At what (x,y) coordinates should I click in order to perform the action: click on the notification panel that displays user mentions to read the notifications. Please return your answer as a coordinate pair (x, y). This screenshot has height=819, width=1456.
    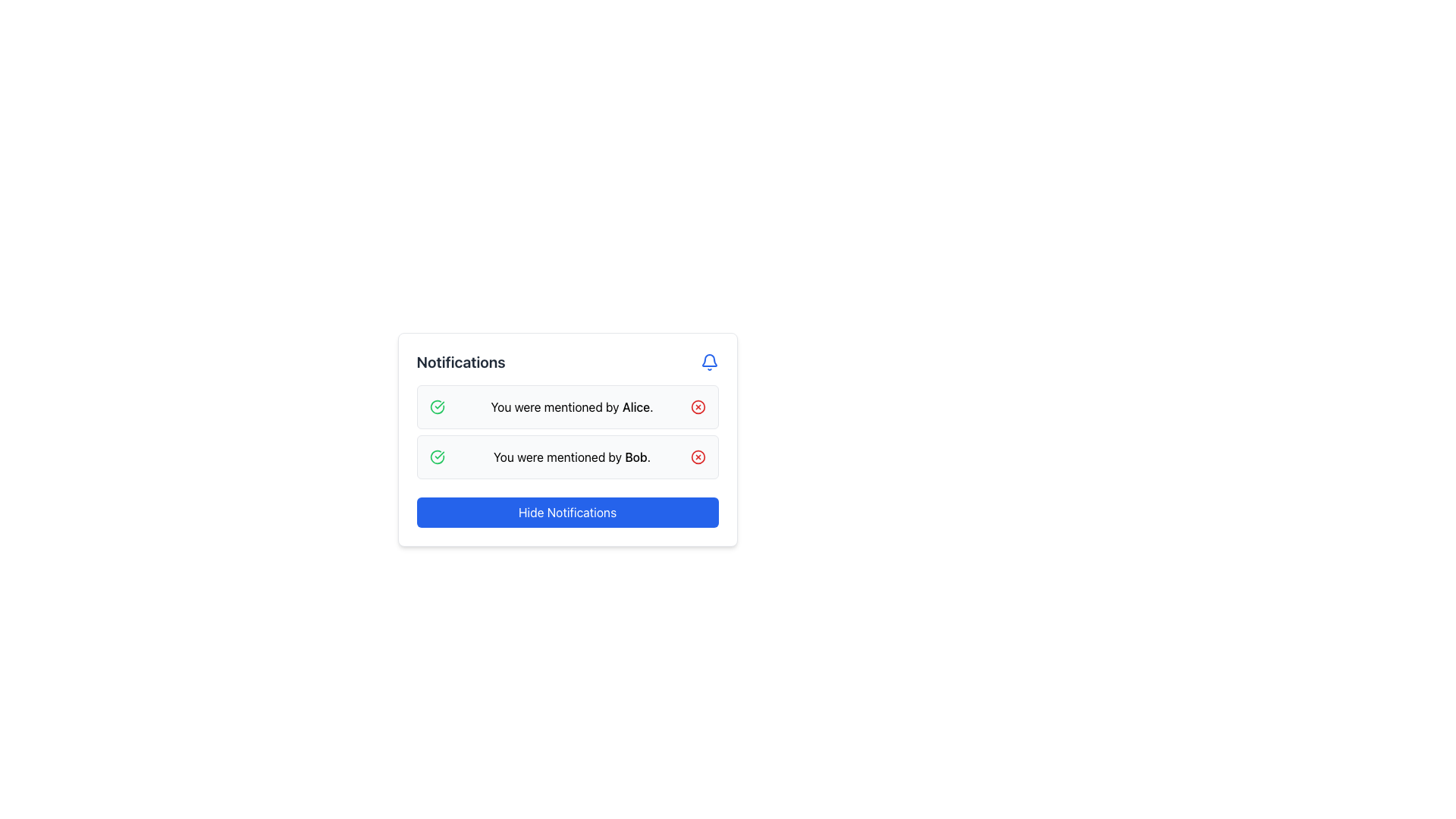
    Looking at the image, I should click on (566, 439).